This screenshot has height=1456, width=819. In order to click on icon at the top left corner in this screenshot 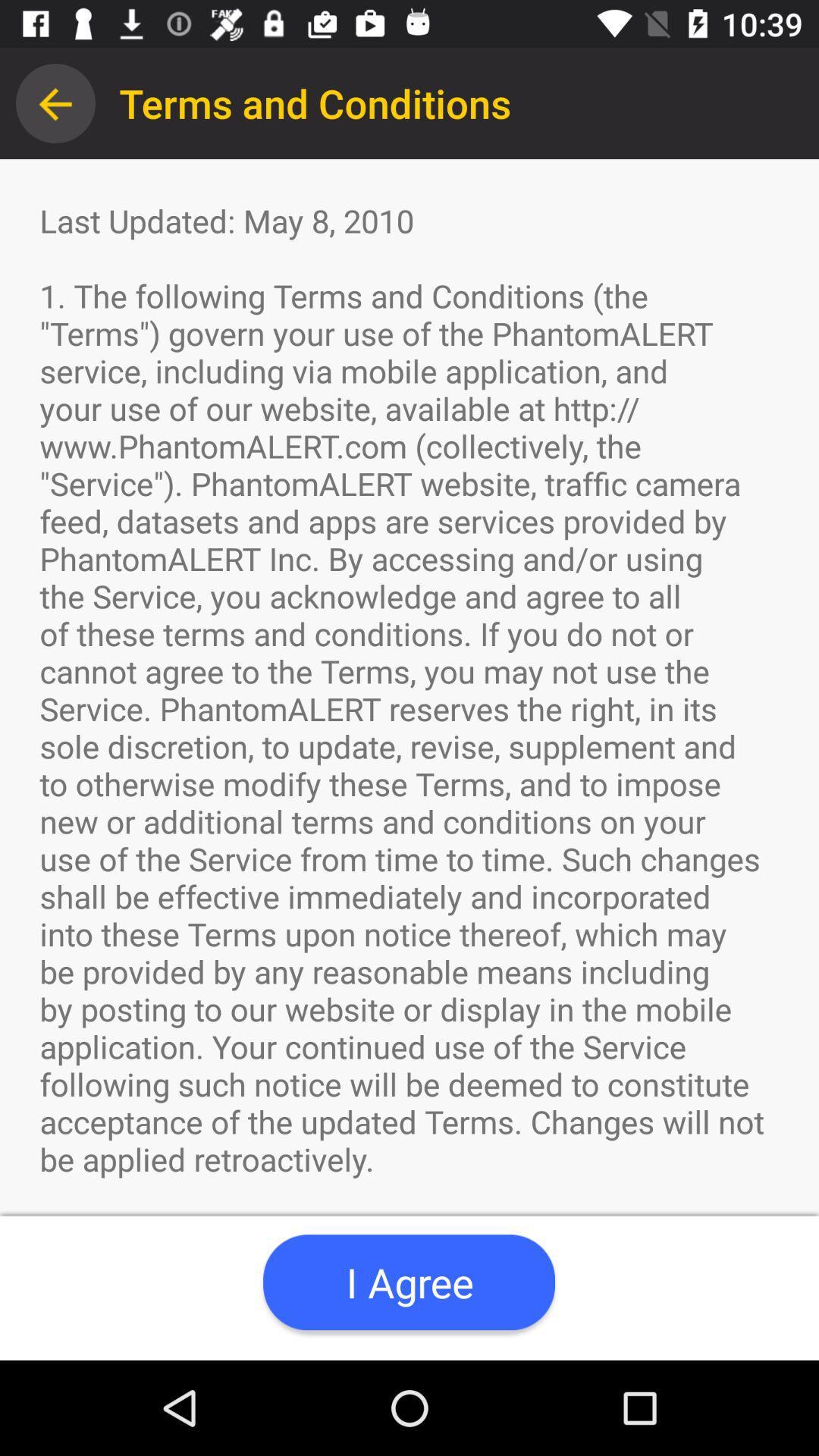, I will do `click(55, 102)`.